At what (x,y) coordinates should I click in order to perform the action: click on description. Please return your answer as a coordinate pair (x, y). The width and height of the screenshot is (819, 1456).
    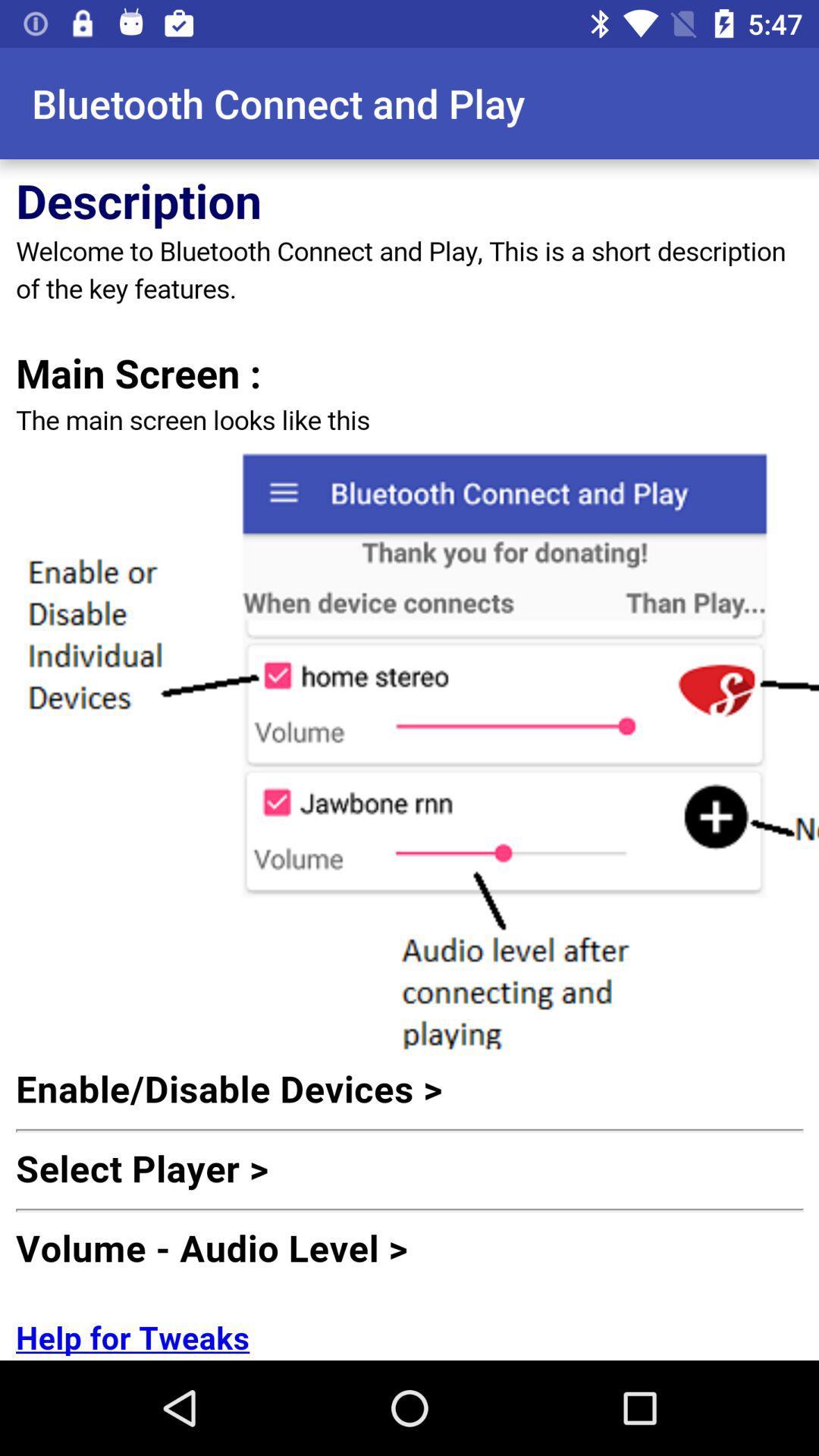
    Looking at the image, I should click on (409, 760).